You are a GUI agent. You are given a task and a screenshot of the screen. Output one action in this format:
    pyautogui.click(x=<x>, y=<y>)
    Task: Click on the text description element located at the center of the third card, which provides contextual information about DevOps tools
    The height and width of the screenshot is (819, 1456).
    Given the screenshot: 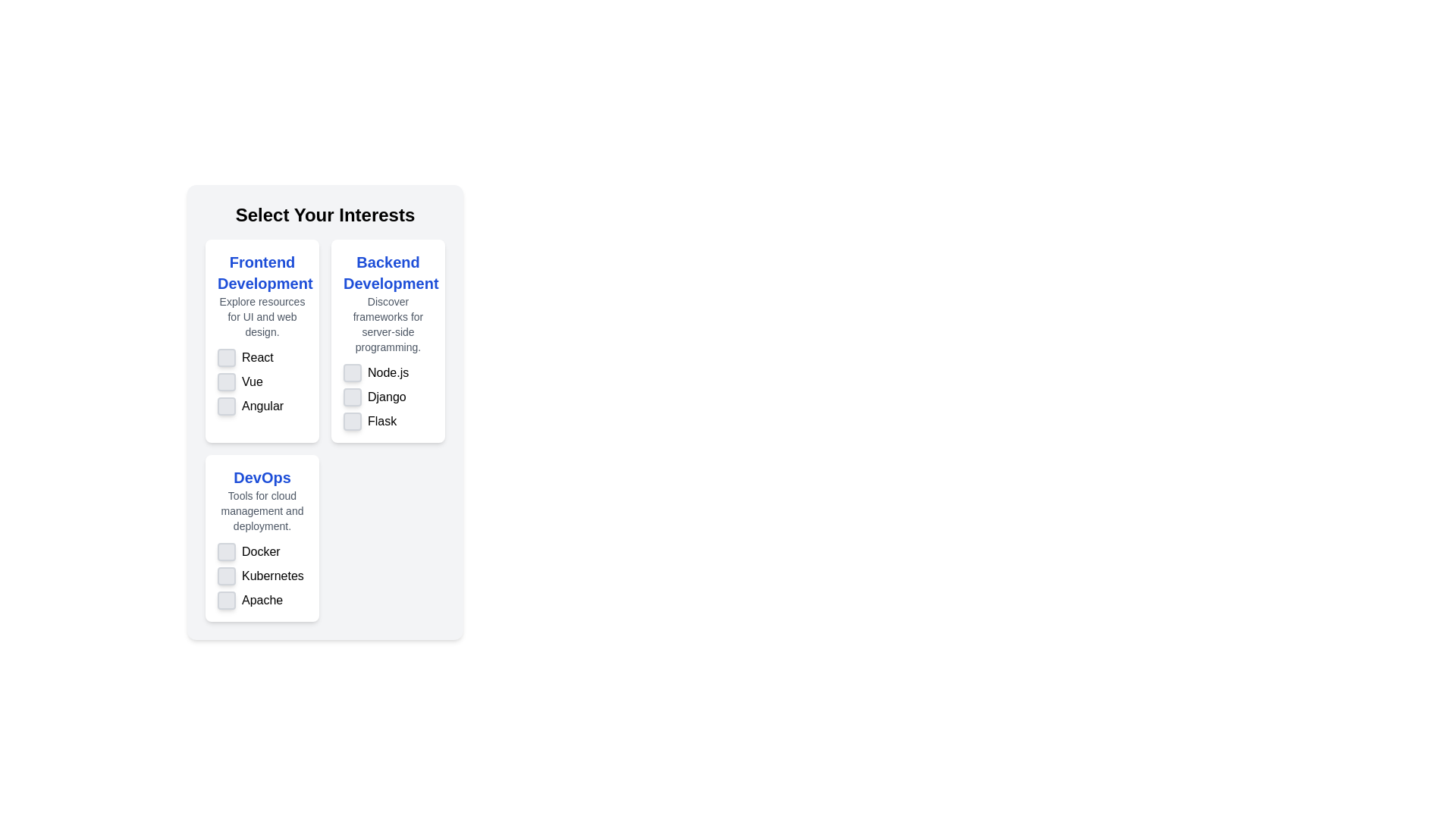 What is the action you would take?
    pyautogui.click(x=262, y=500)
    